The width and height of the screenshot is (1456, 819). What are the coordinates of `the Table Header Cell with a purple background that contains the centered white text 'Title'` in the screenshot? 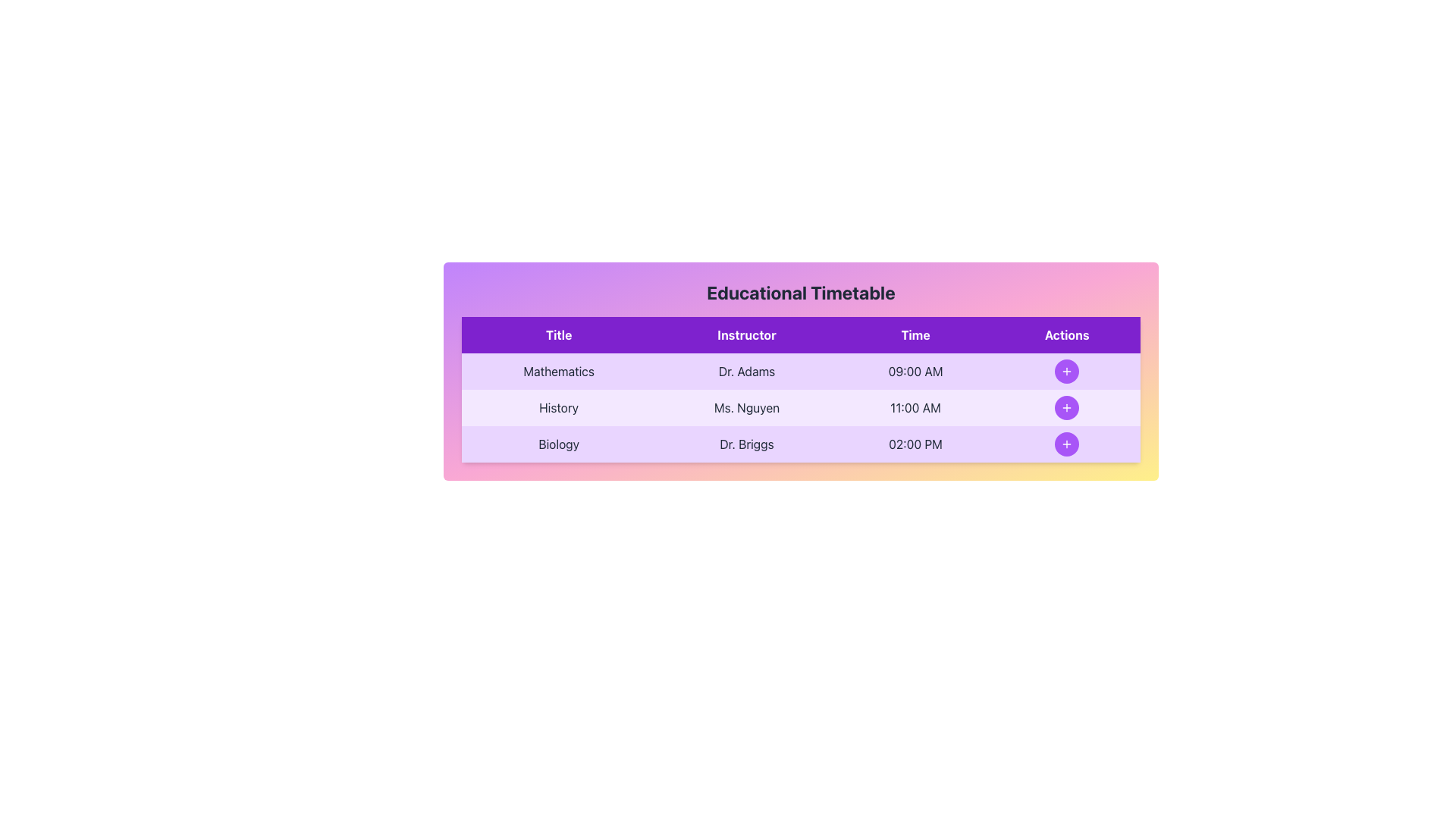 It's located at (558, 334).